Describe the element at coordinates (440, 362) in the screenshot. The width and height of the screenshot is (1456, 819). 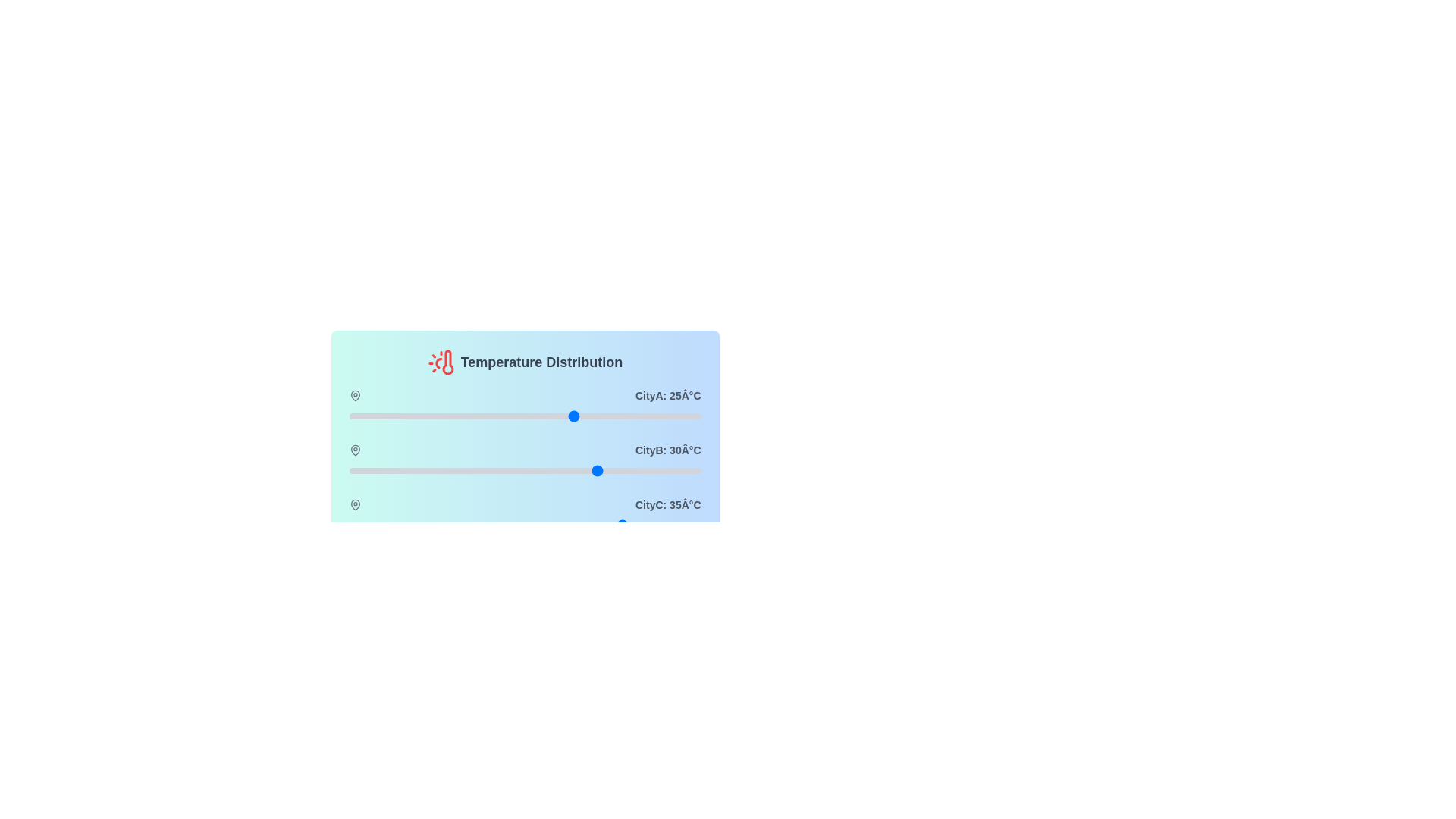
I see `the thermometer icon in the header` at that location.